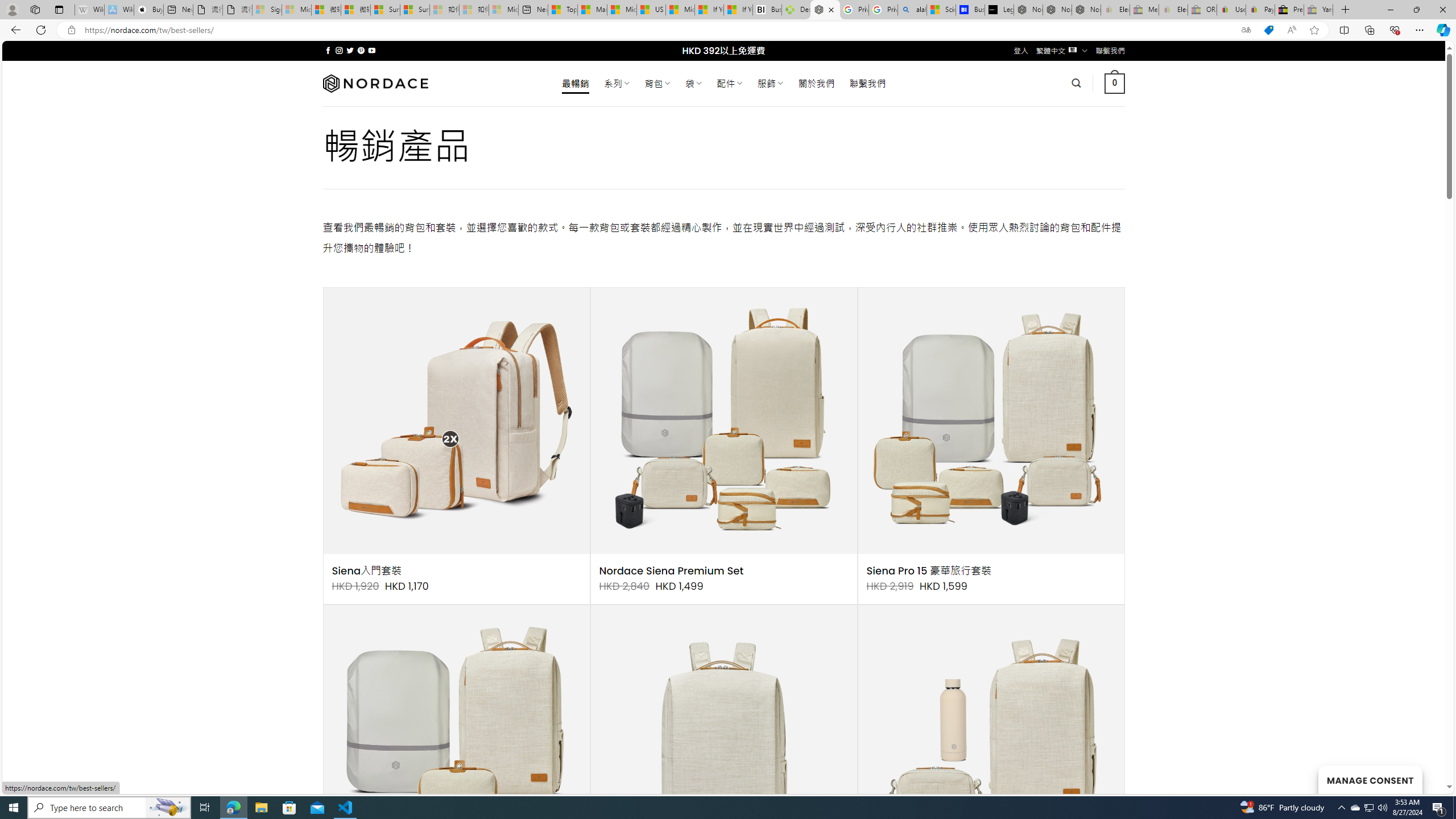  What do you see at coordinates (1368, 29) in the screenshot?
I see `'Collections'` at bounding box center [1368, 29].